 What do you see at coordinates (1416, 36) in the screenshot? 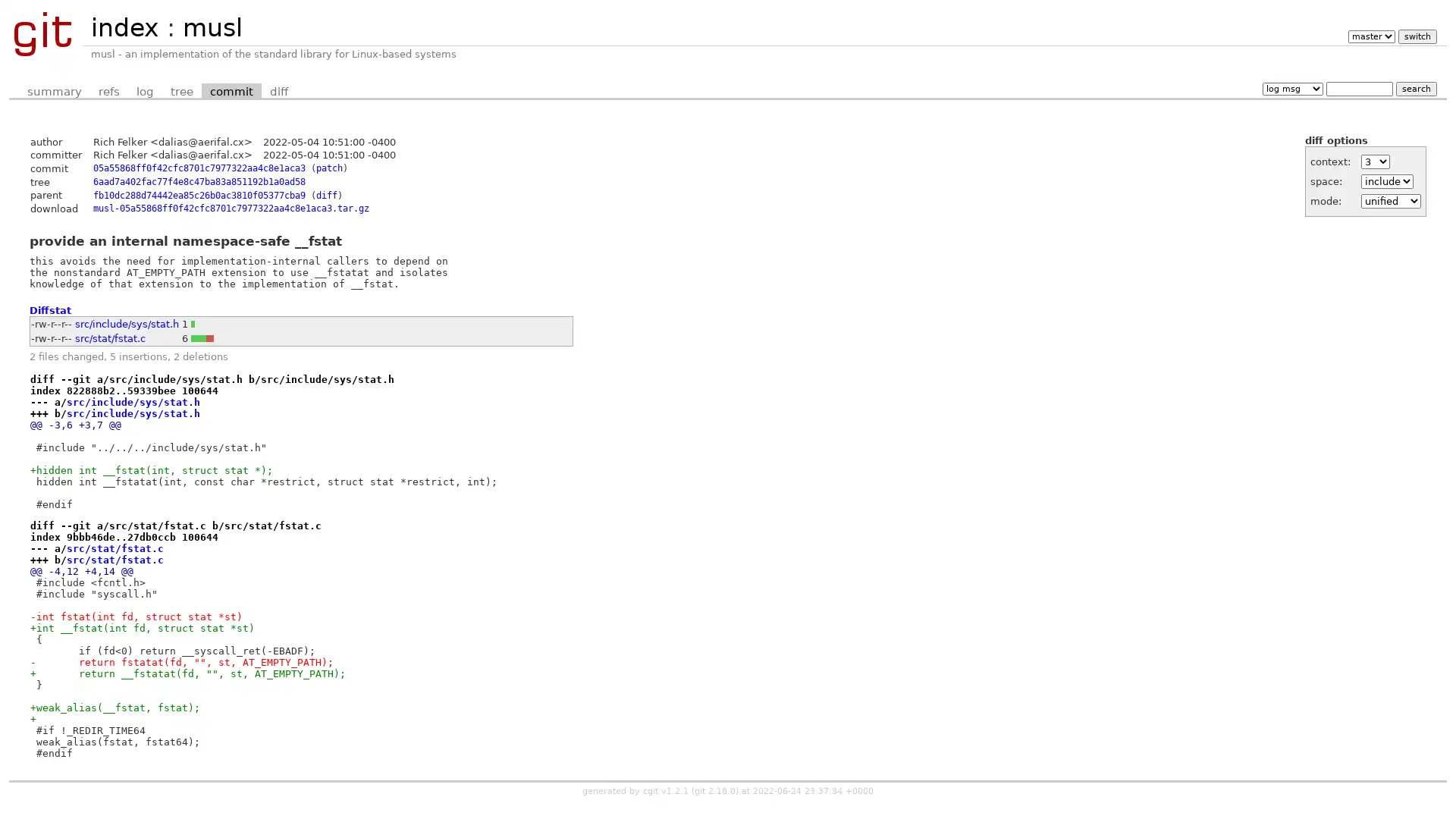
I see `switch` at bounding box center [1416, 36].